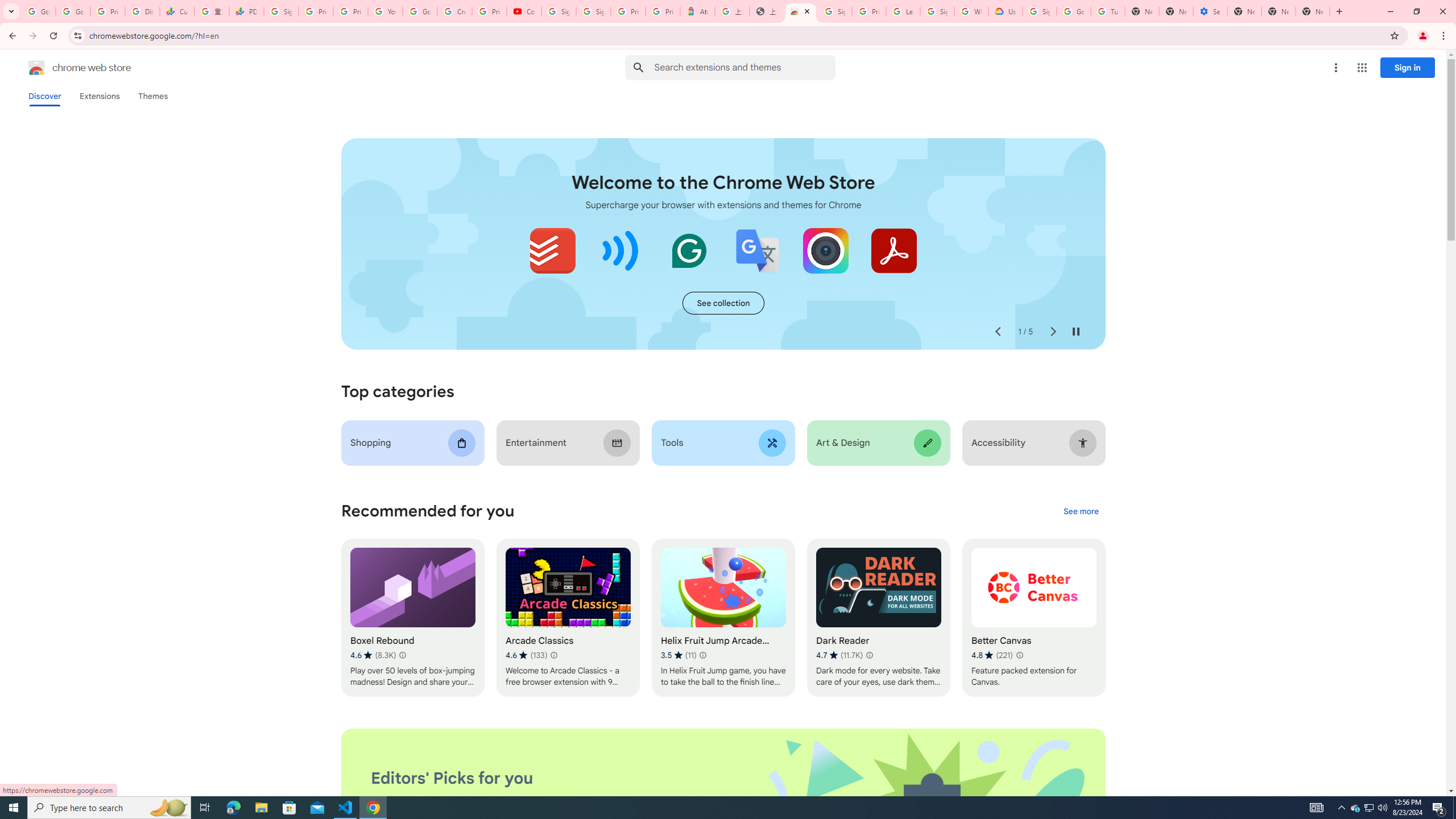 This screenshot has width=1456, height=819. Describe the element at coordinates (1076, 331) in the screenshot. I see `'Pause auto-play'` at that location.